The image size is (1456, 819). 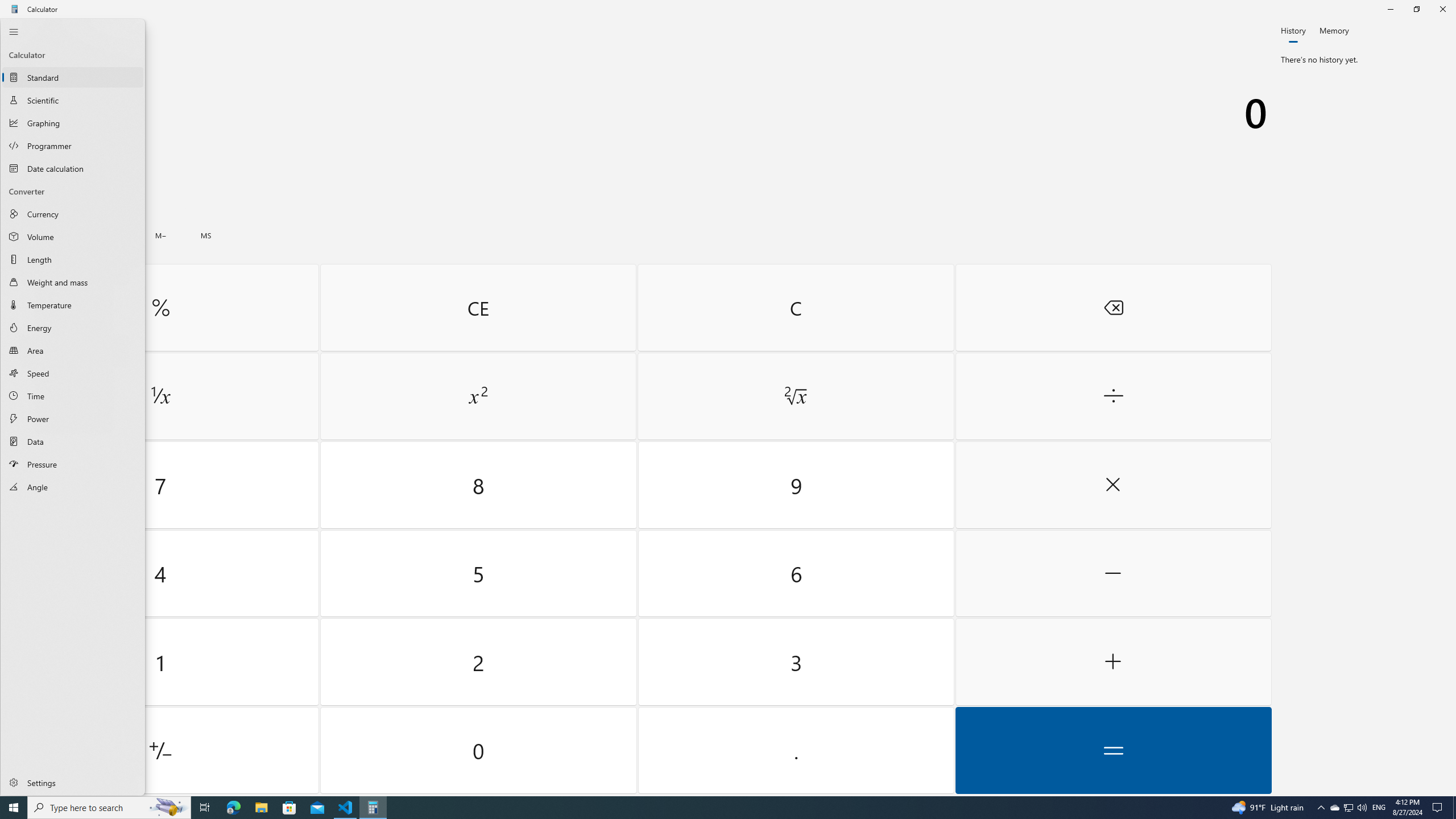 What do you see at coordinates (14, 31) in the screenshot?
I see `'Close Navigation'` at bounding box center [14, 31].